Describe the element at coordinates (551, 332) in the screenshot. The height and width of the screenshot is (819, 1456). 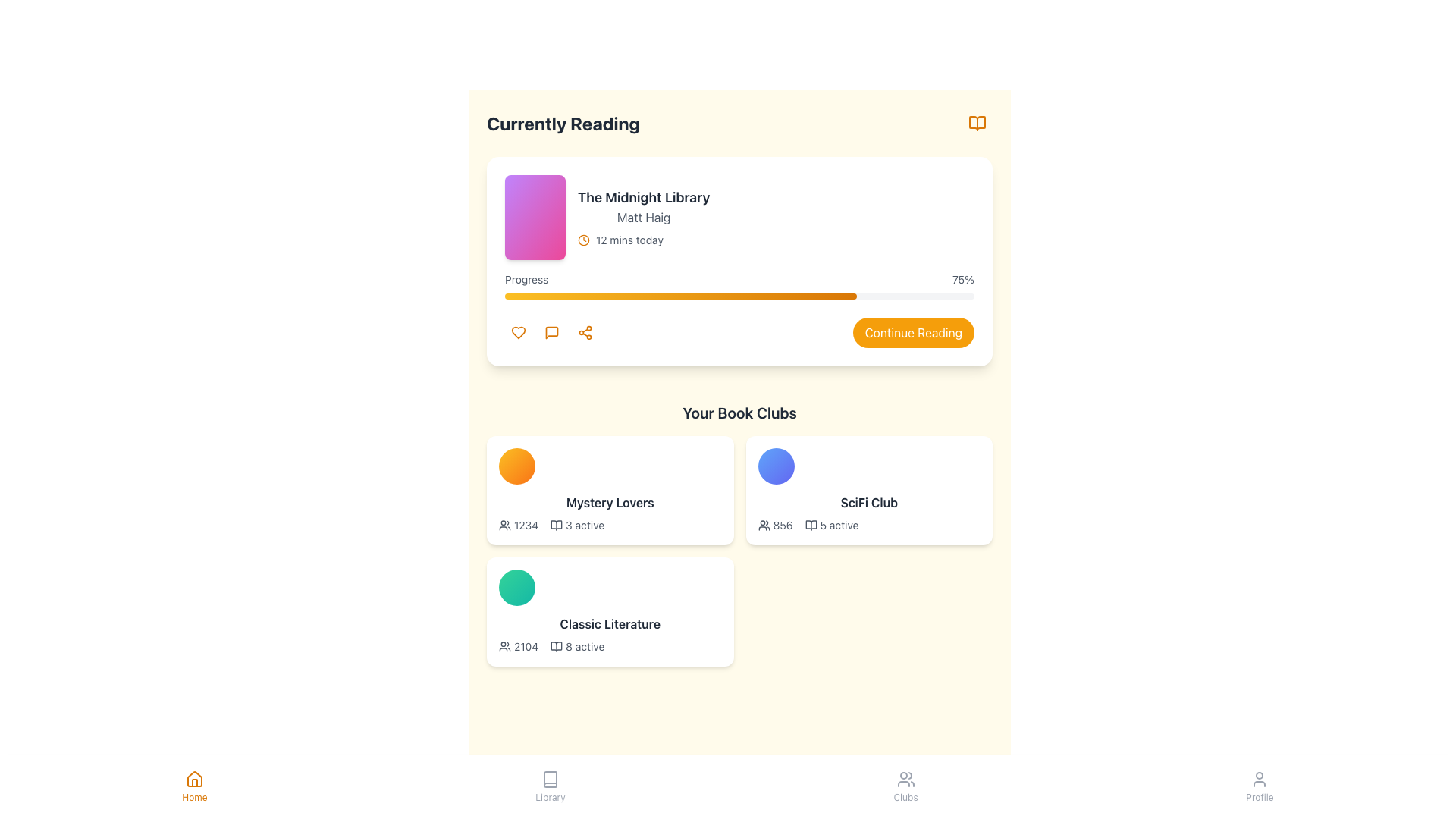
I see `the second button in the 'Currently Reading' section to change its background, which is located between the heart-shaped icon button and the share icon button` at that location.